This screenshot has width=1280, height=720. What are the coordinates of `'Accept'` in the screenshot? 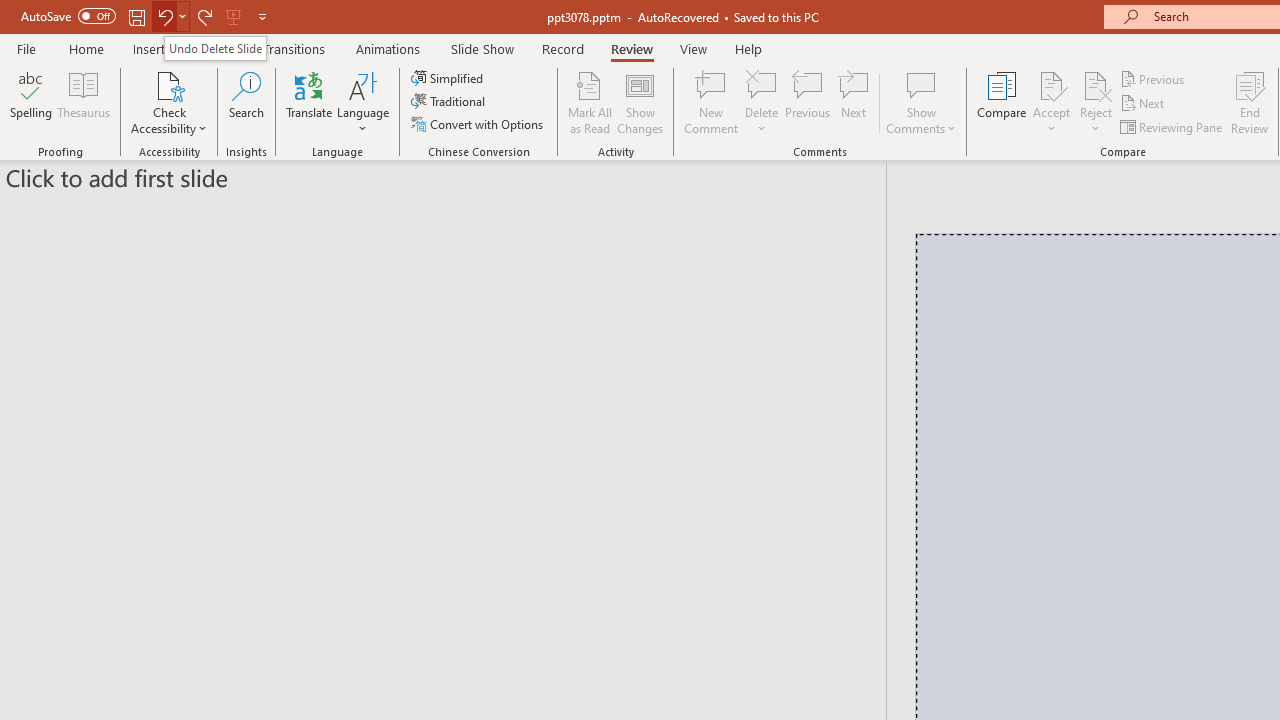 It's located at (1050, 103).